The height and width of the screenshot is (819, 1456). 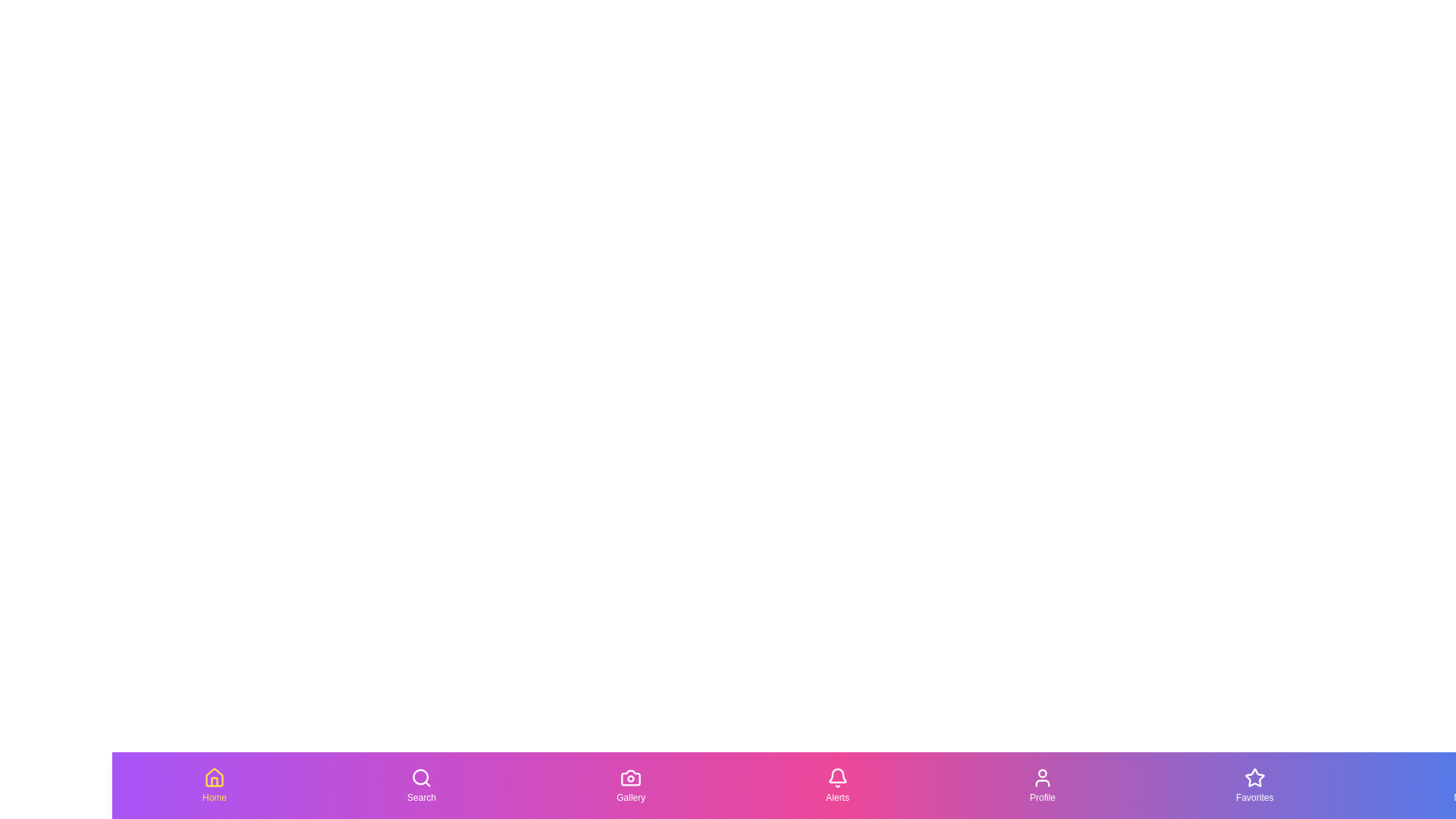 What do you see at coordinates (214, 785) in the screenshot?
I see `the button labeled Home to observe the hover effect` at bounding box center [214, 785].